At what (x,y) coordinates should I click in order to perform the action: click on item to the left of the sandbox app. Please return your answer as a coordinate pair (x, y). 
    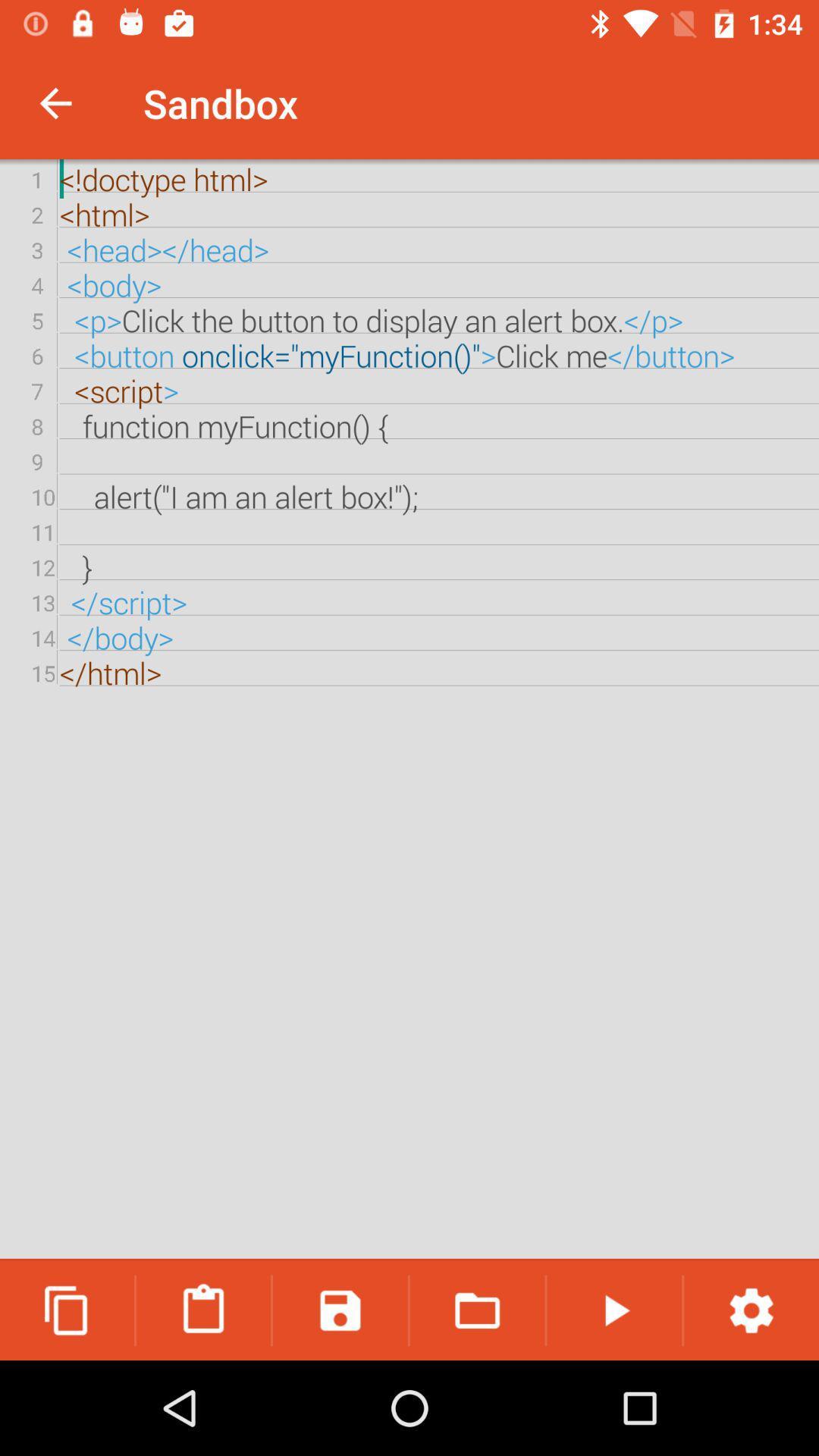
    Looking at the image, I should click on (55, 102).